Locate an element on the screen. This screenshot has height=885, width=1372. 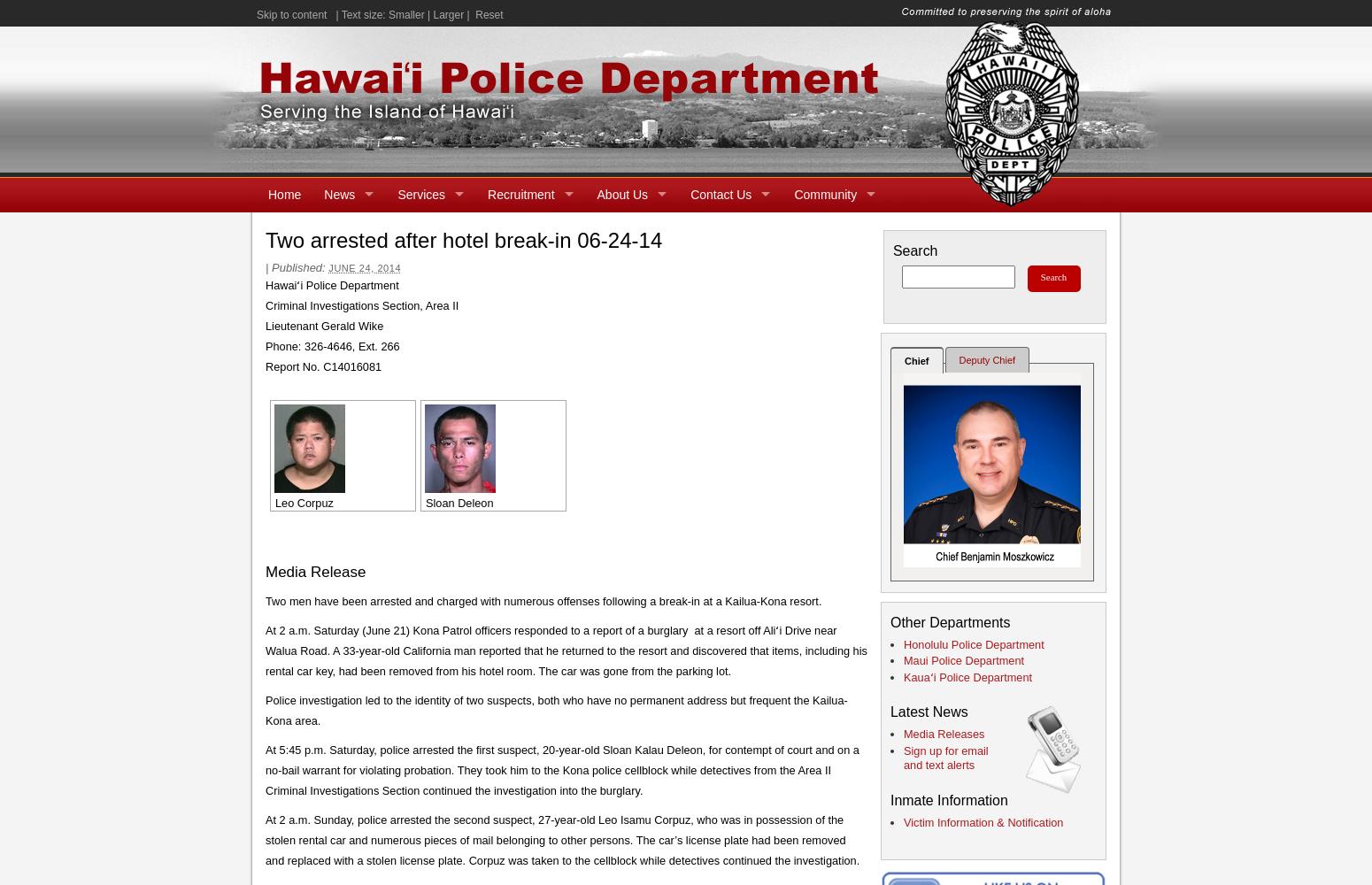
'Media Release' is located at coordinates (314, 571).